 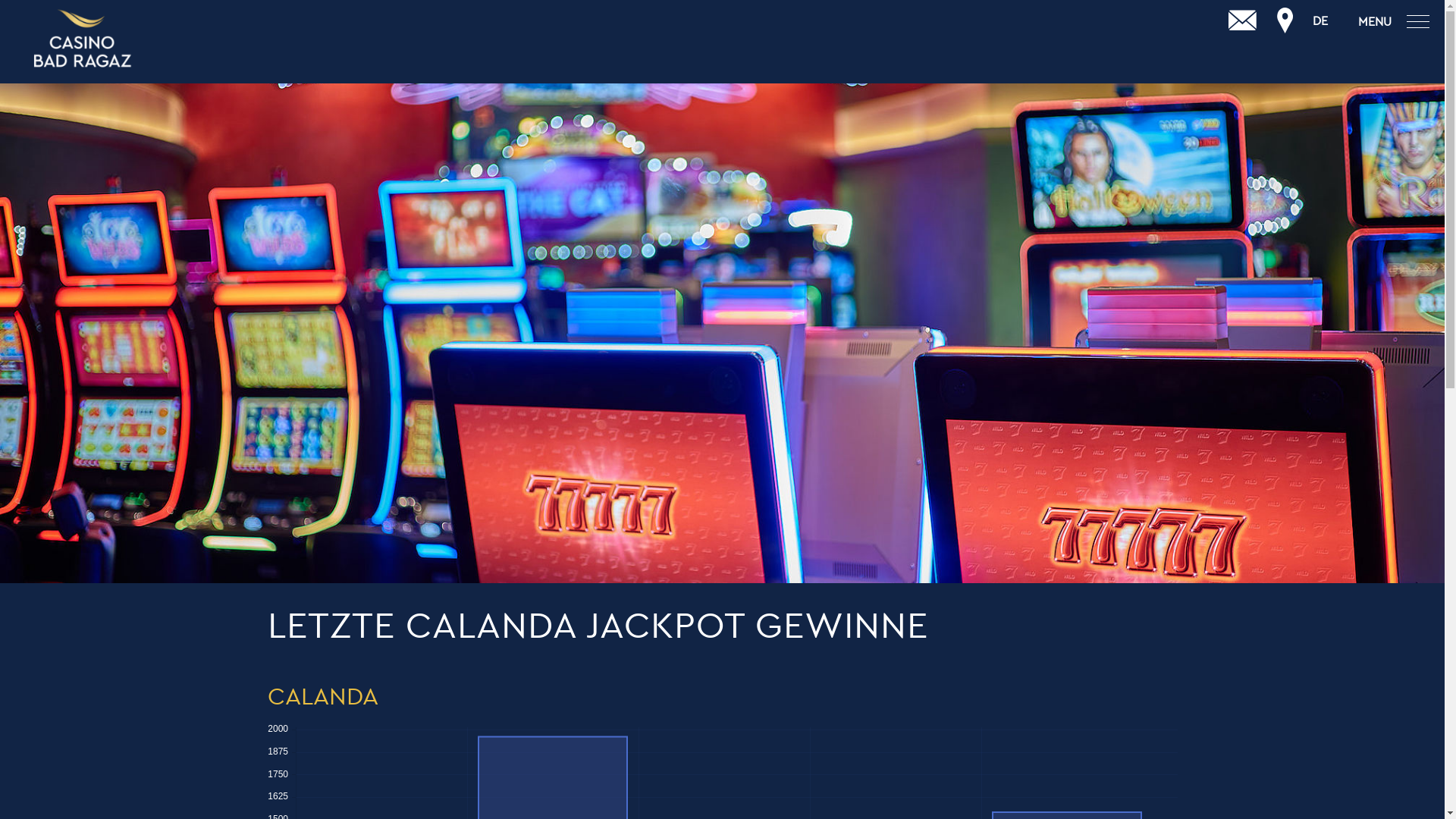 What do you see at coordinates (1242, 20) in the screenshot?
I see `'Kontakt'` at bounding box center [1242, 20].